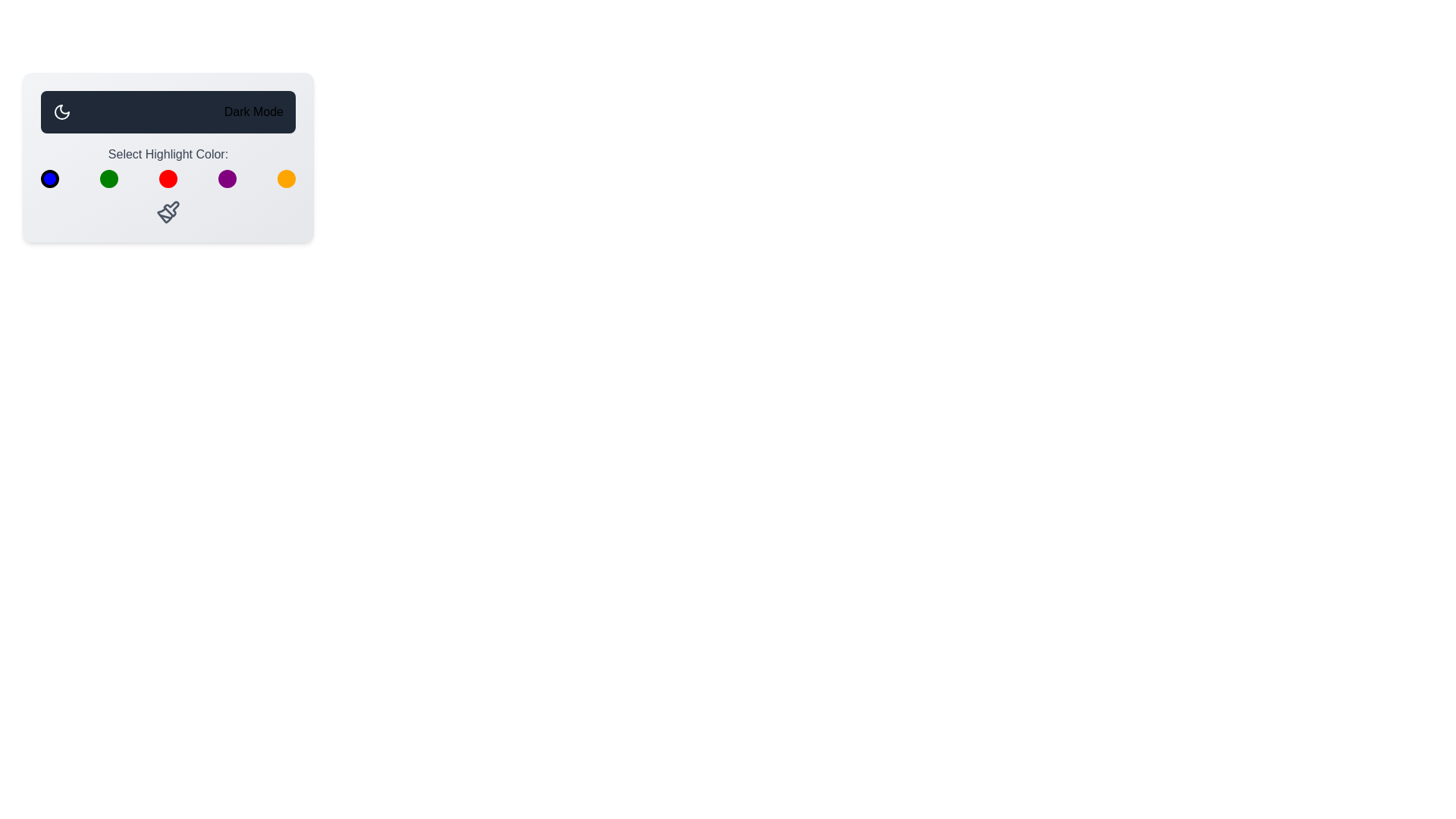 The height and width of the screenshot is (819, 1456). What do you see at coordinates (61, 111) in the screenshot?
I see `the crescent moon icon located in the dark toolbar` at bounding box center [61, 111].